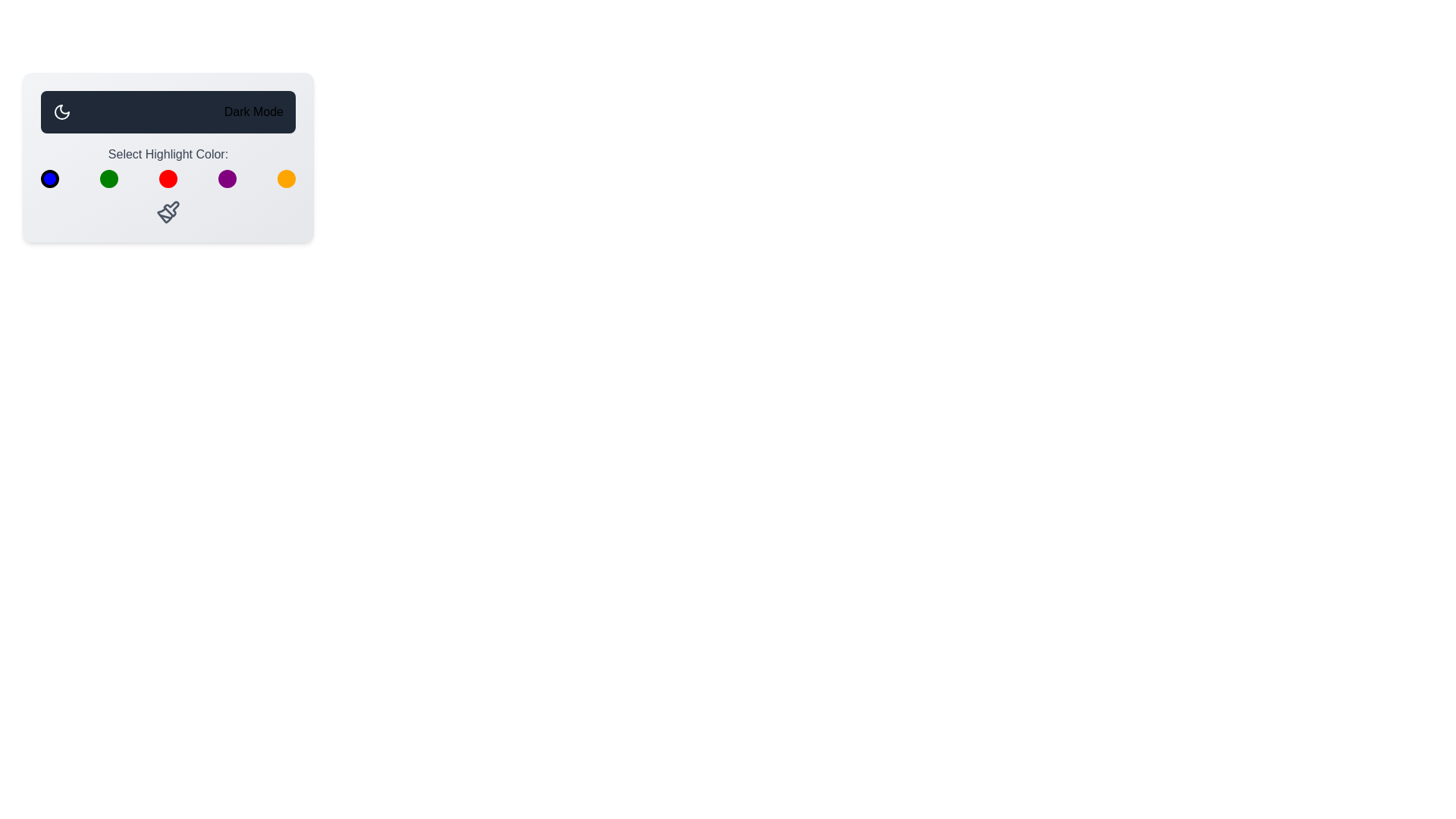 The height and width of the screenshot is (819, 1456). What do you see at coordinates (61, 111) in the screenshot?
I see `the crescent moon icon located in the dark toolbar` at bounding box center [61, 111].